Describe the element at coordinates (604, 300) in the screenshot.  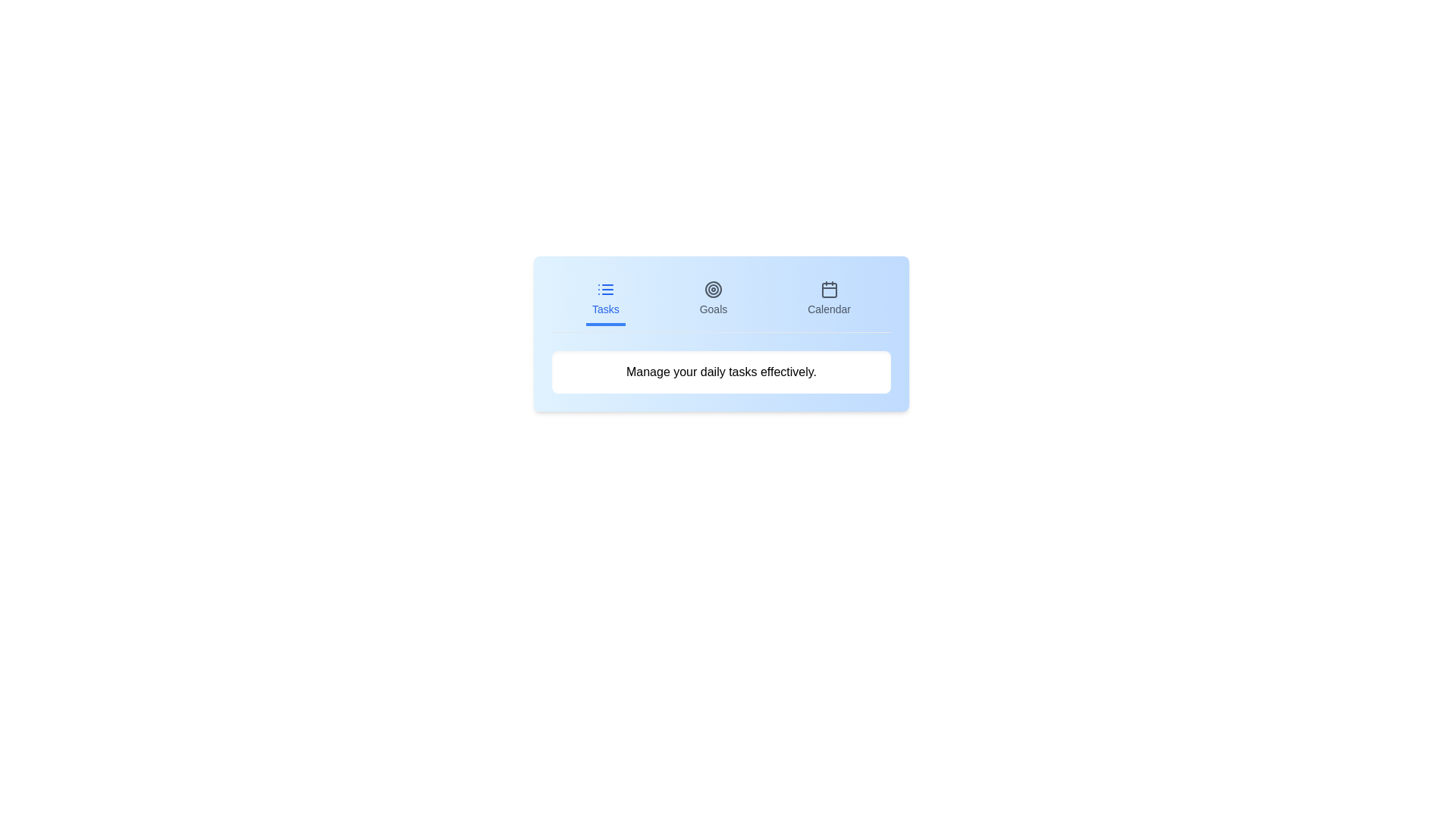
I see `the Tasks tab by clicking on its title or icon` at that location.